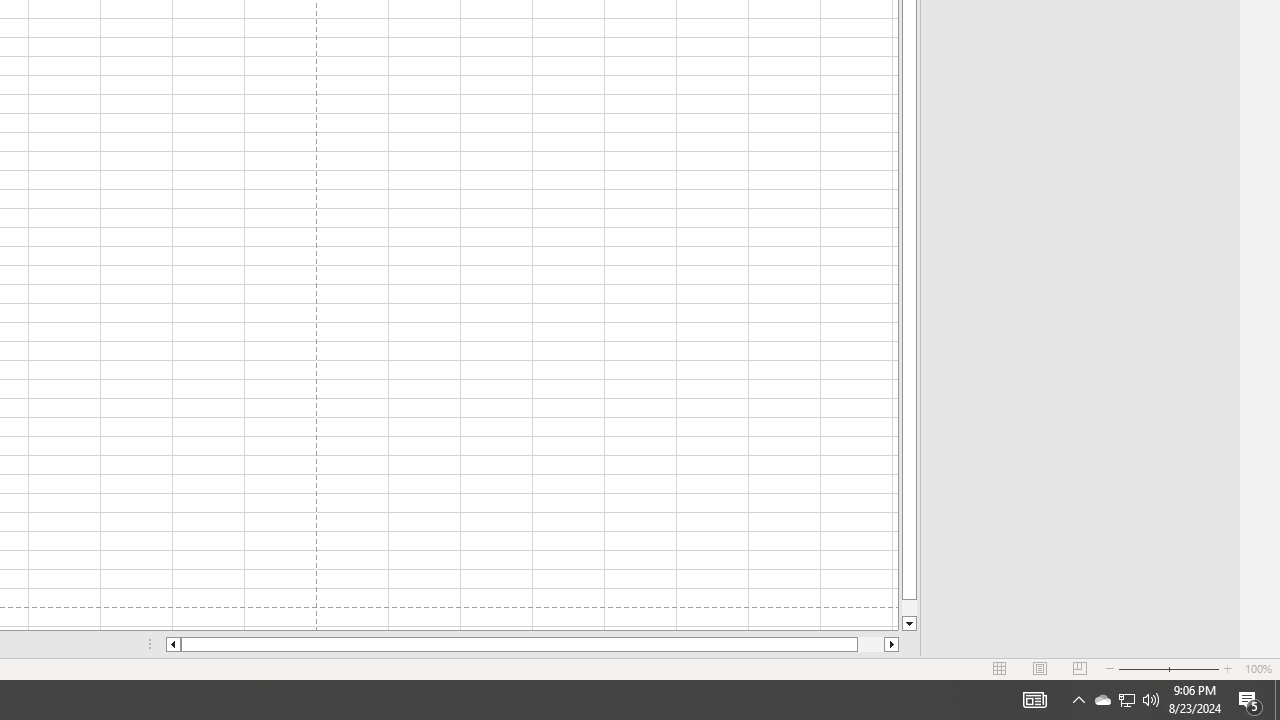 The width and height of the screenshot is (1280, 720). What do you see at coordinates (1078, 669) in the screenshot?
I see `'Page Break Preview'` at bounding box center [1078, 669].